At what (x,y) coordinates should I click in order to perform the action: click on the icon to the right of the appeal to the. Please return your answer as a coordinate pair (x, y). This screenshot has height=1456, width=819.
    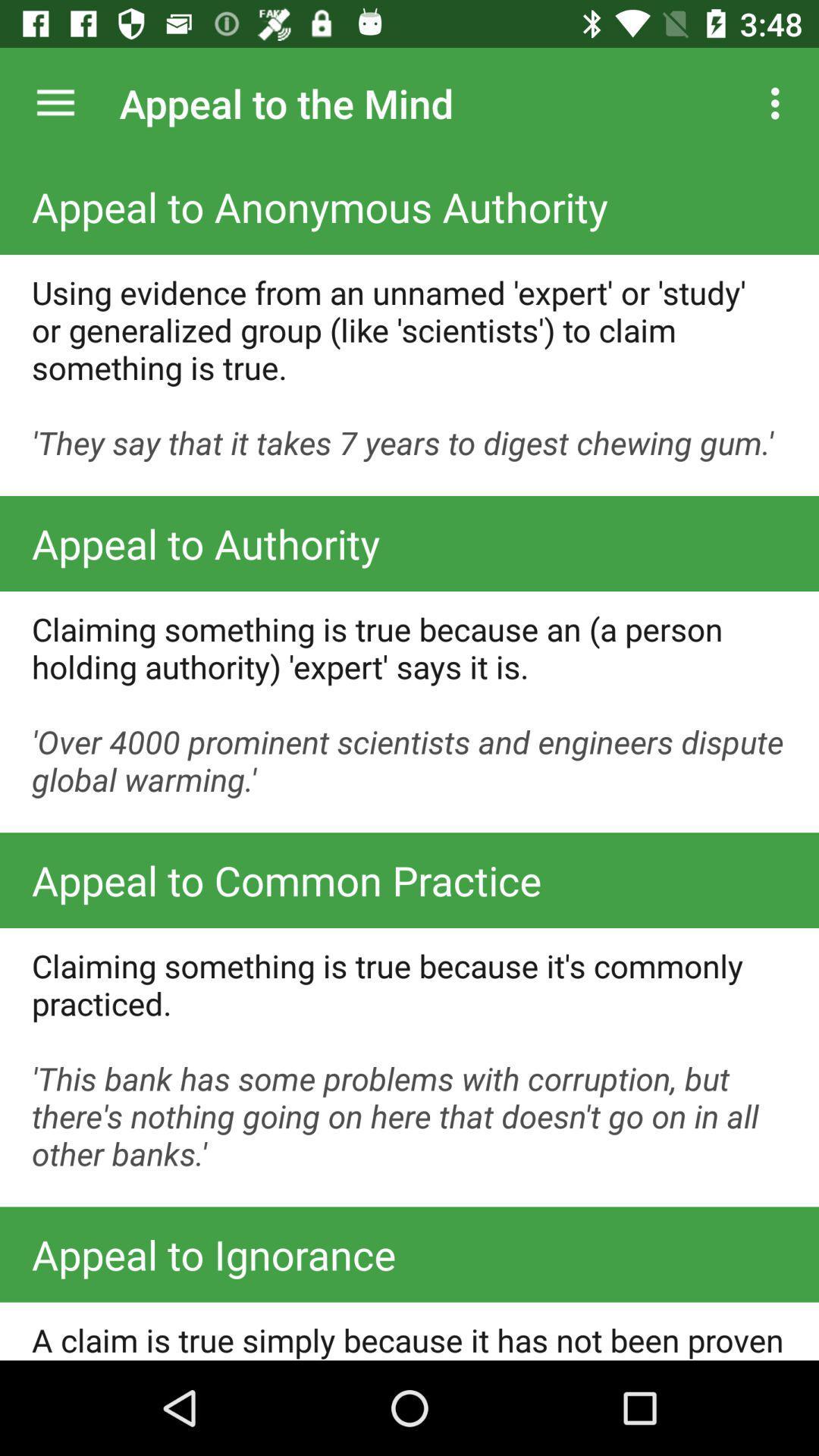
    Looking at the image, I should click on (779, 102).